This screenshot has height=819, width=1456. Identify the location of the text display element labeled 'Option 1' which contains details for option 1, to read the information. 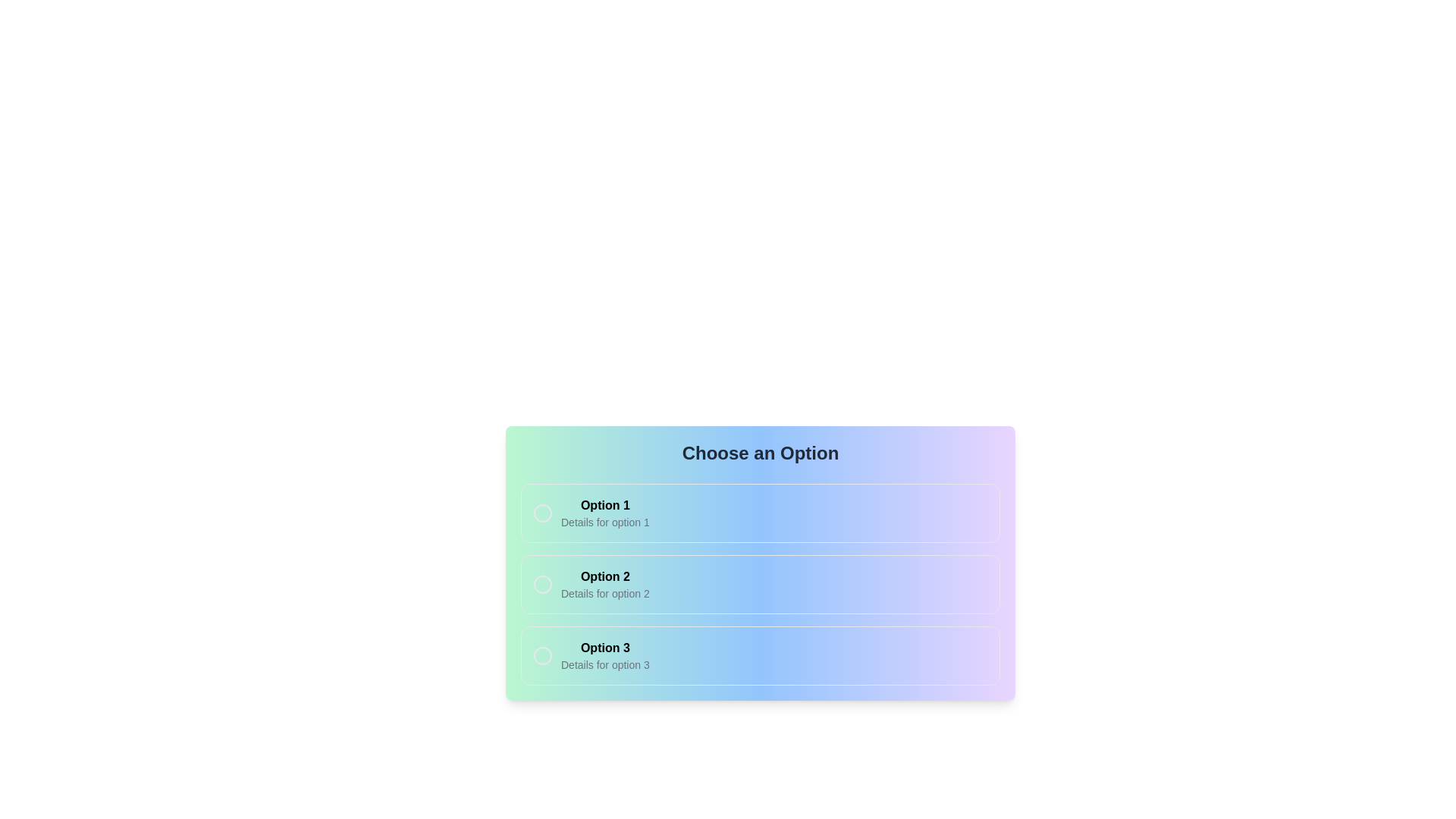
(604, 513).